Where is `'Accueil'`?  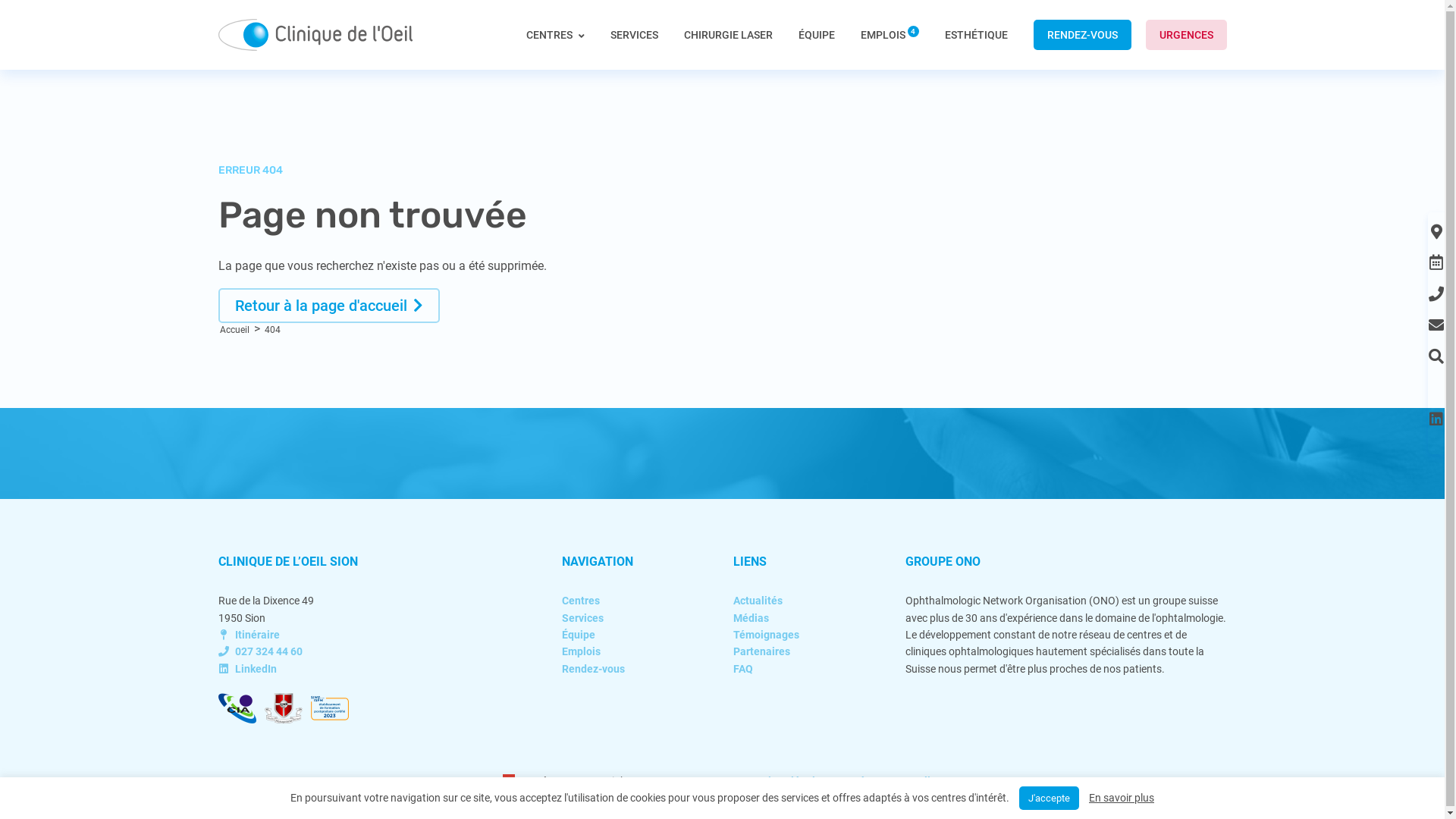
'Accueil' is located at coordinates (234, 329).